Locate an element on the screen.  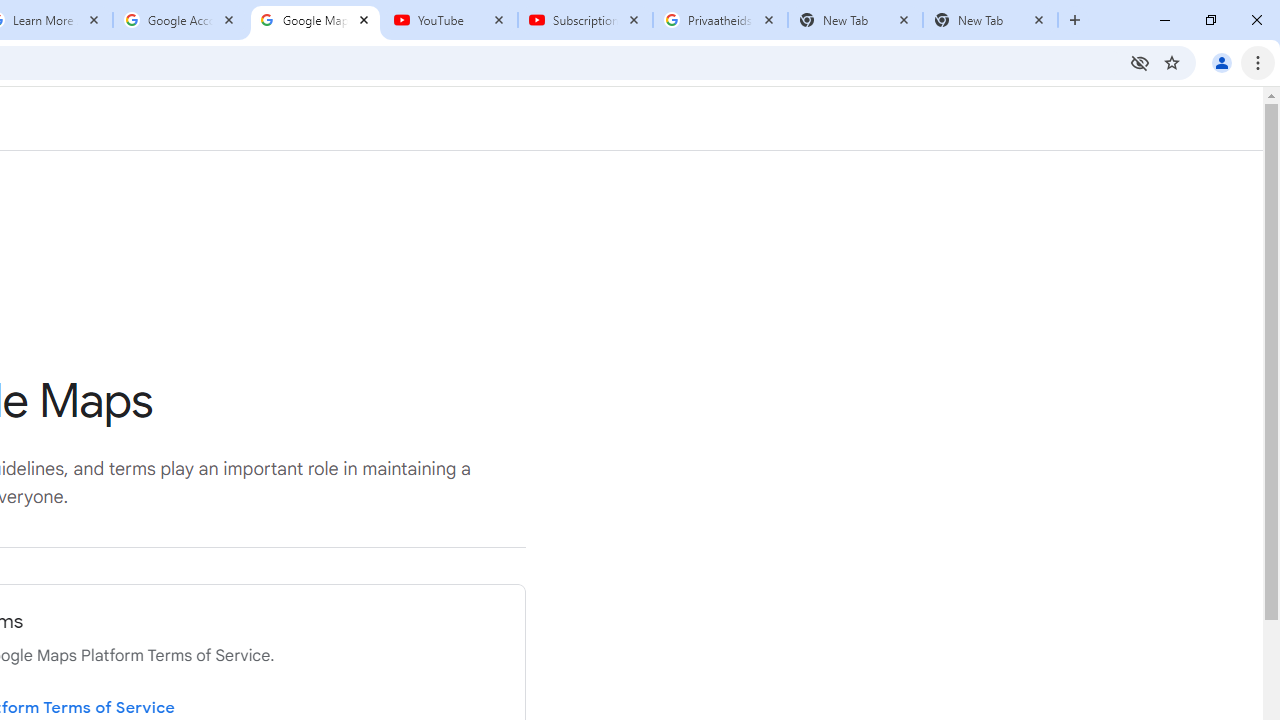
'YouTube' is located at coordinates (449, 20).